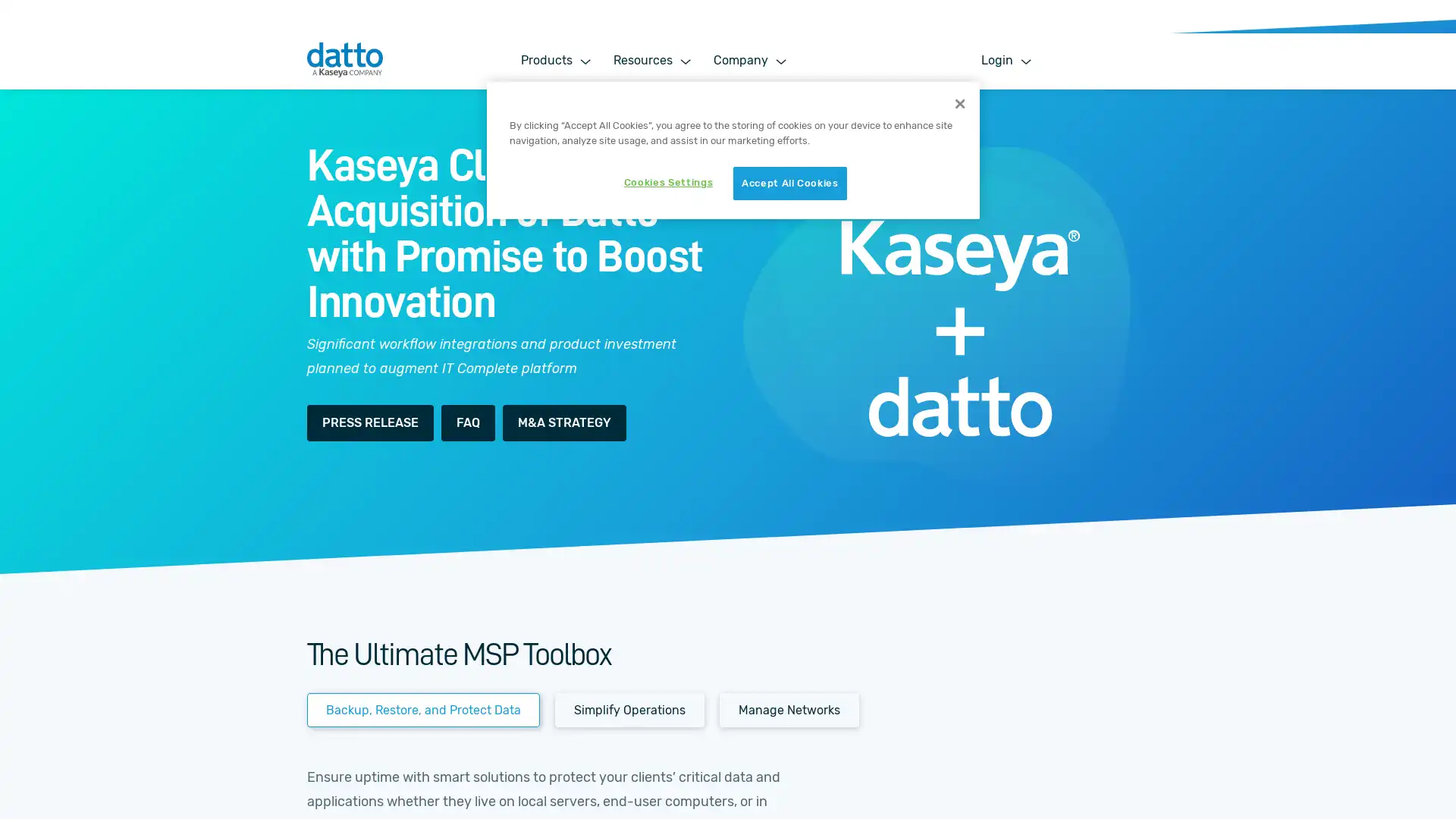 This screenshot has width=1456, height=819. What do you see at coordinates (789, 710) in the screenshot?
I see `Manage Networks` at bounding box center [789, 710].